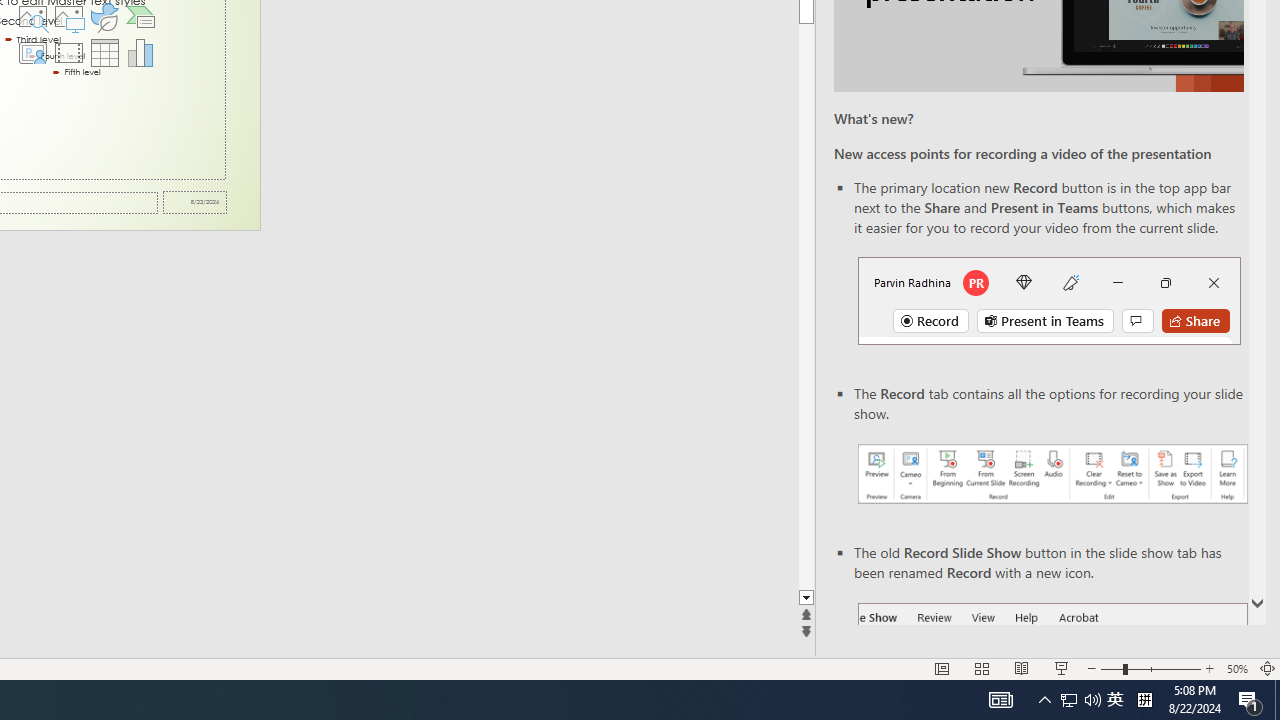  What do you see at coordinates (140, 51) in the screenshot?
I see `'Insert Chart'` at bounding box center [140, 51].